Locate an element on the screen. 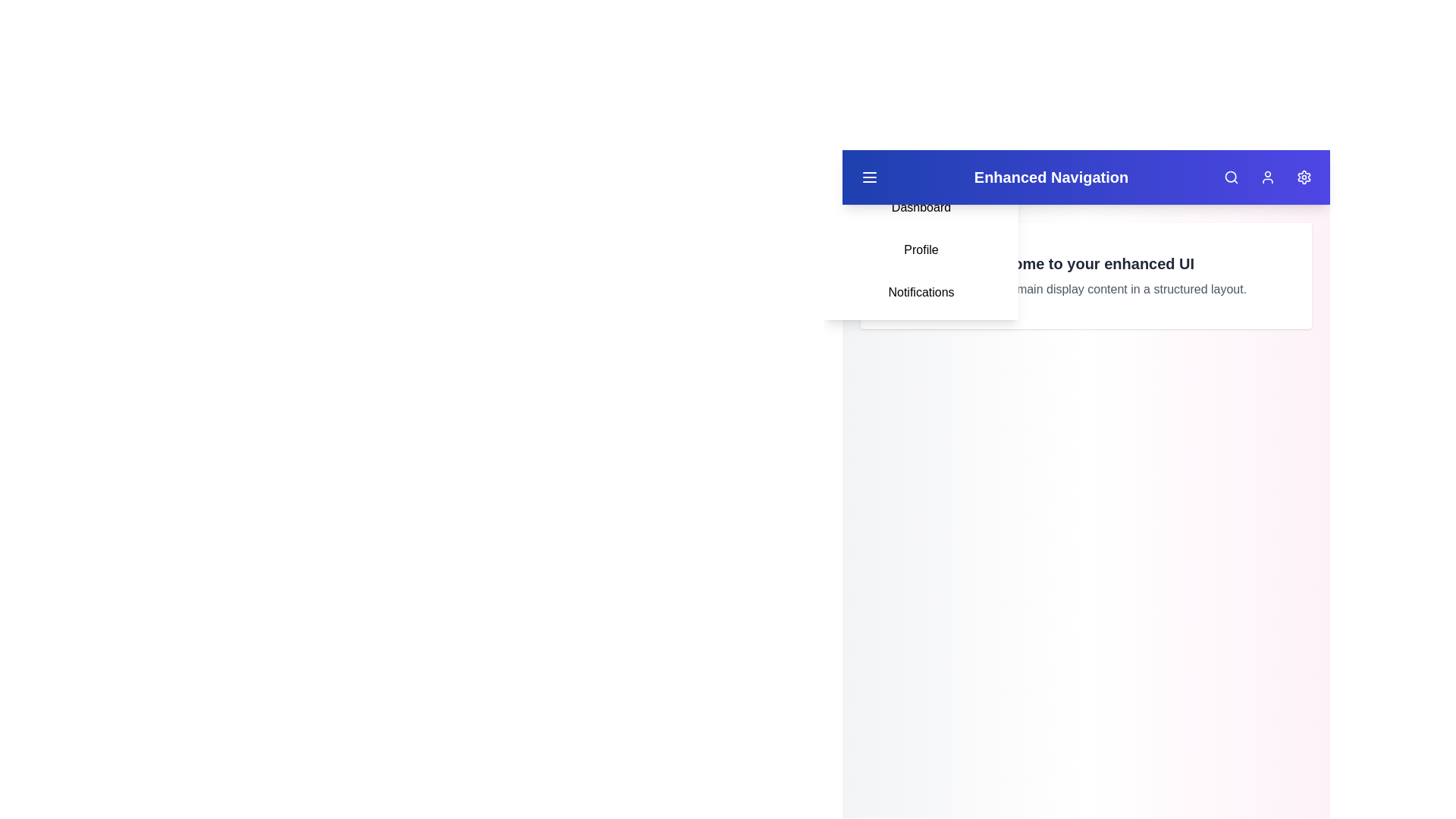 The image size is (1456, 819). the user button in the app bar is located at coordinates (1267, 177).